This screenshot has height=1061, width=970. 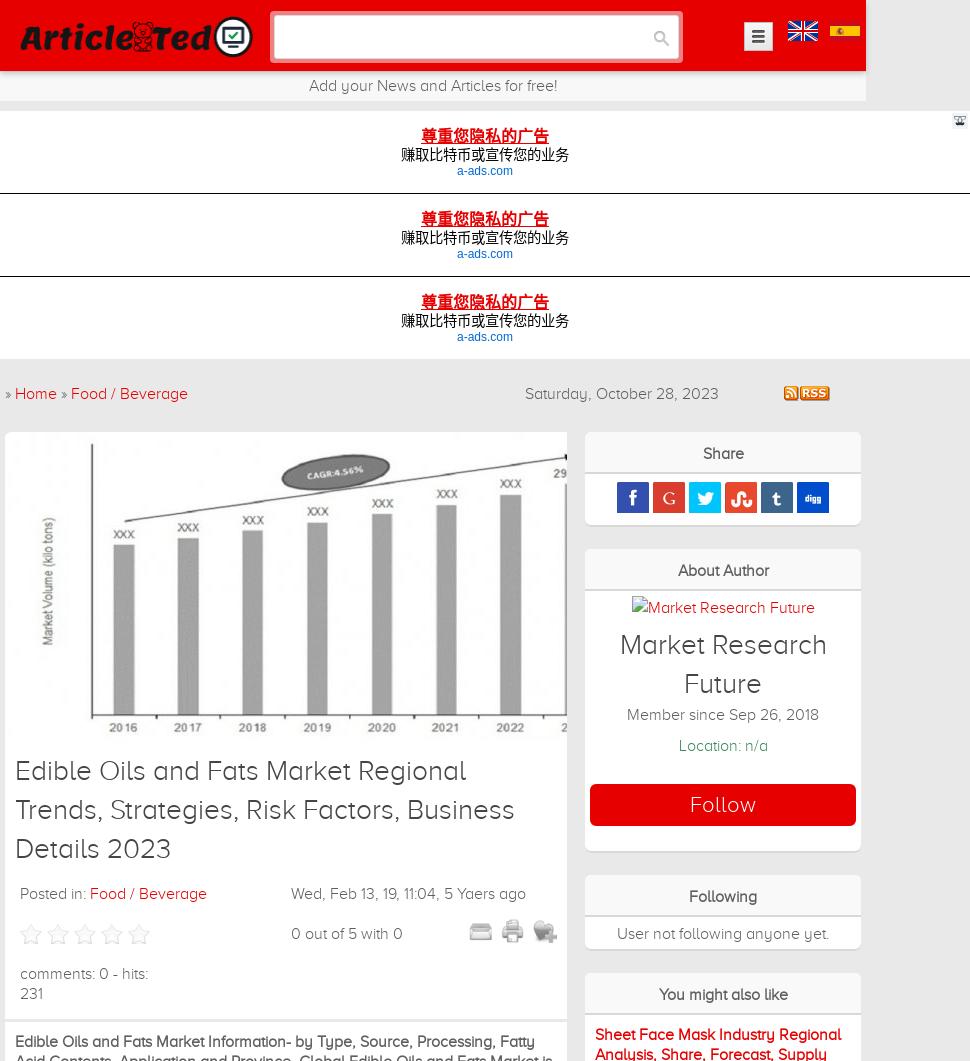 What do you see at coordinates (722, 993) in the screenshot?
I see `'You might also like'` at bounding box center [722, 993].